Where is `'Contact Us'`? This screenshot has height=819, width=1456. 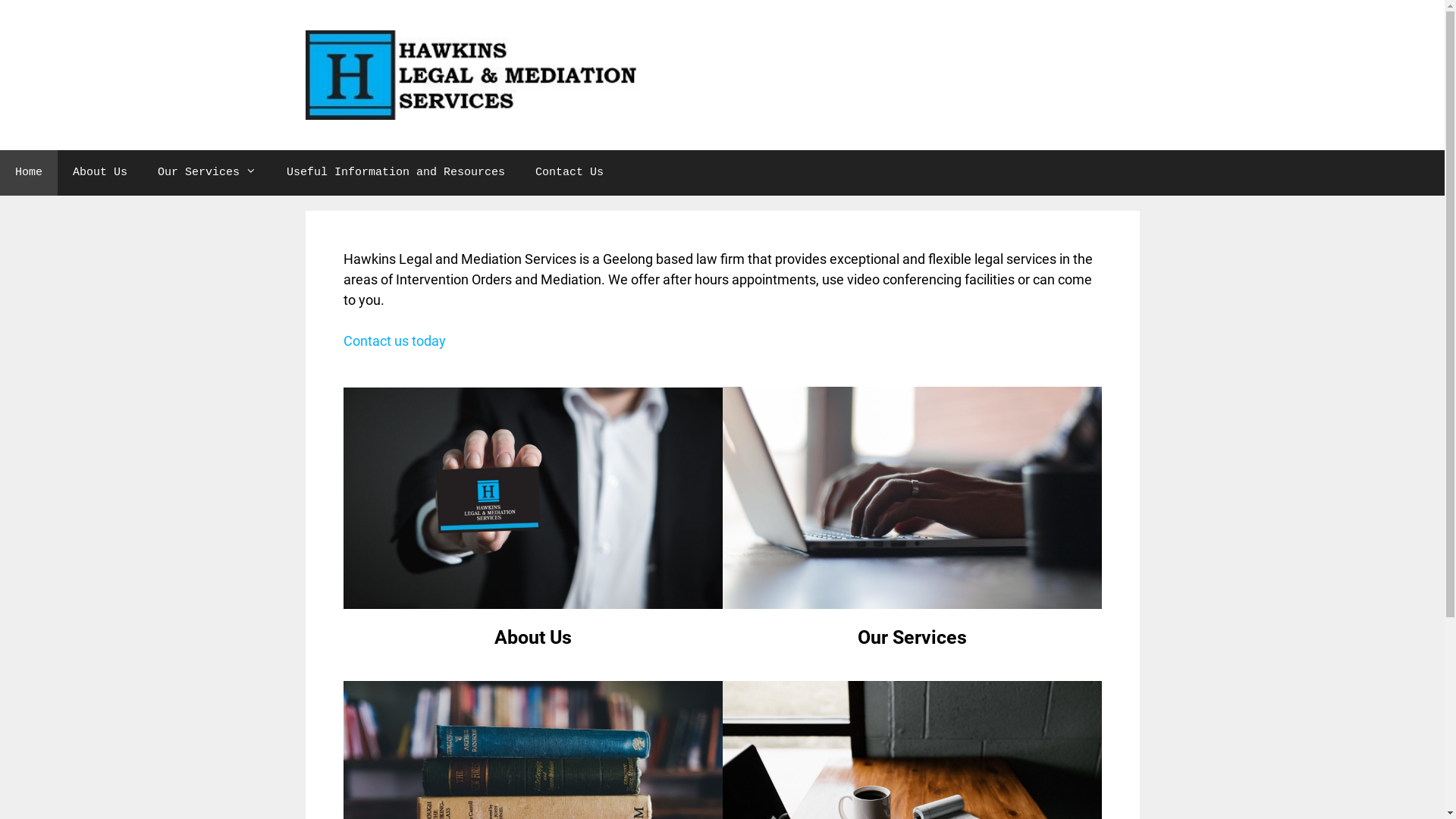
'Contact Us' is located at coordinates (568, 171).